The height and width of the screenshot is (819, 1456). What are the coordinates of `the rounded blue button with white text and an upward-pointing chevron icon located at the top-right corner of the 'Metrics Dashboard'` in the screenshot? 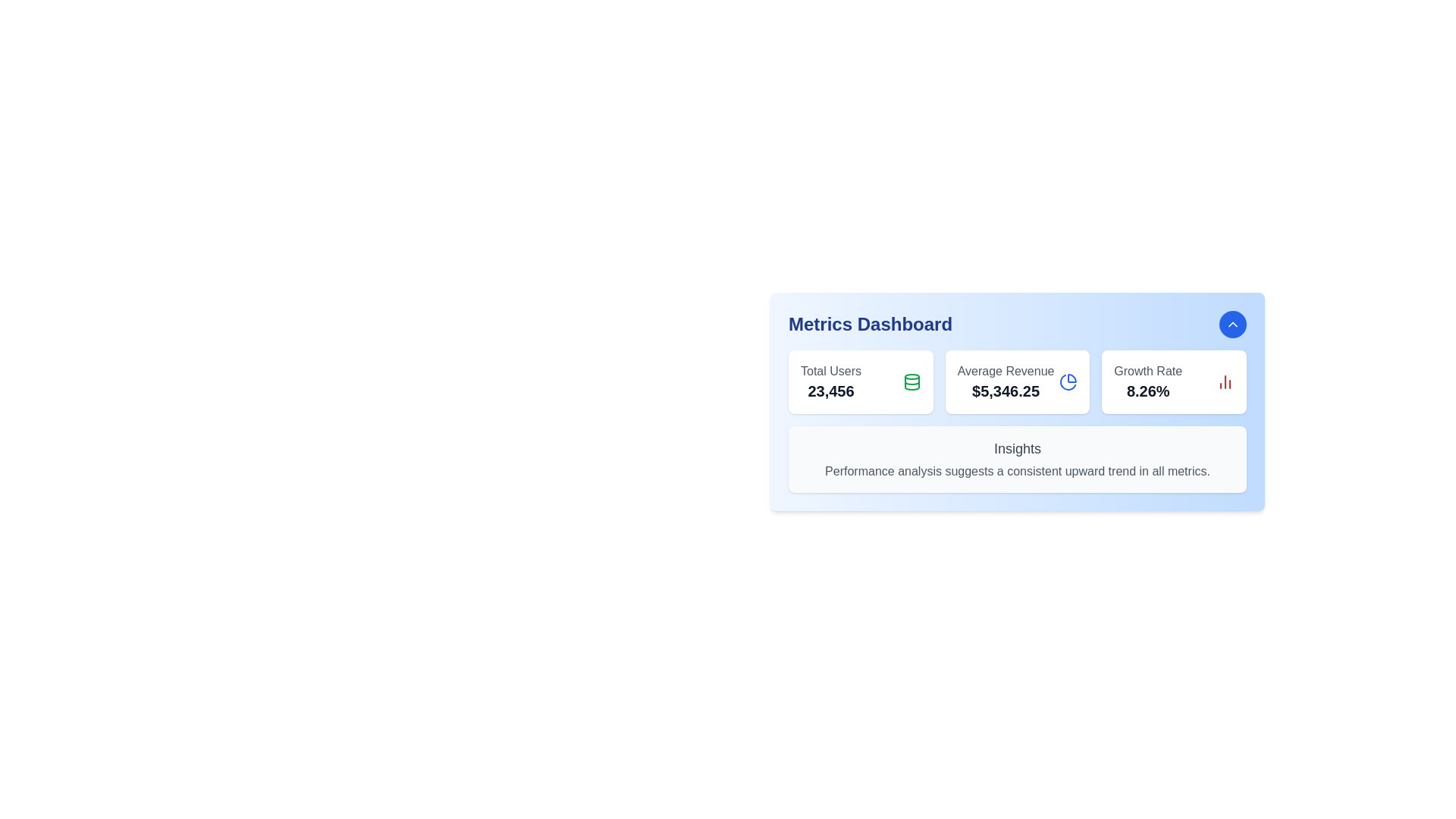 It's located at (1233, 324).